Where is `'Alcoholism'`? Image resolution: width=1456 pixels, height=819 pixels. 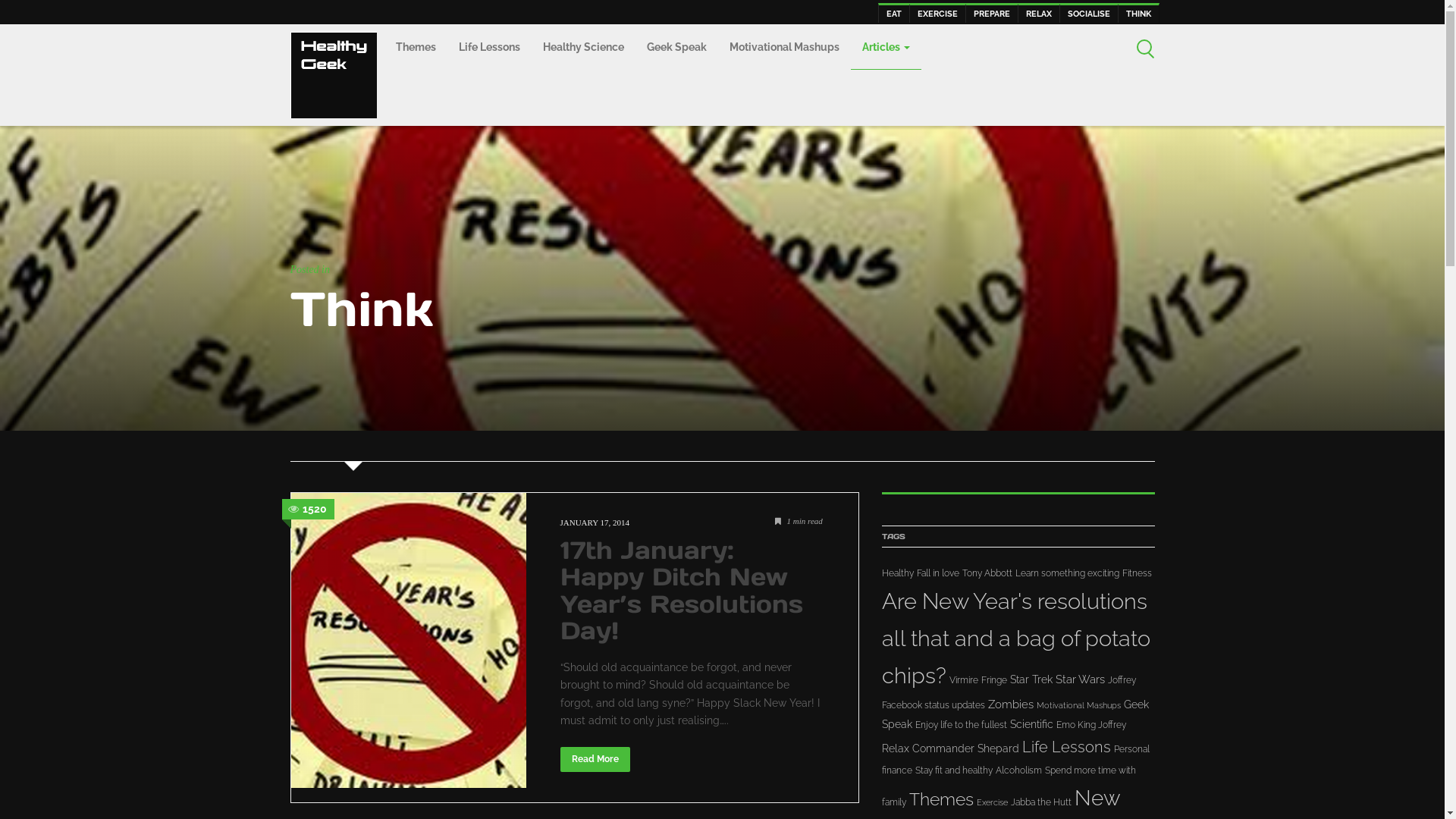
'Alcoholism' is located at coordinates (1018, 770).